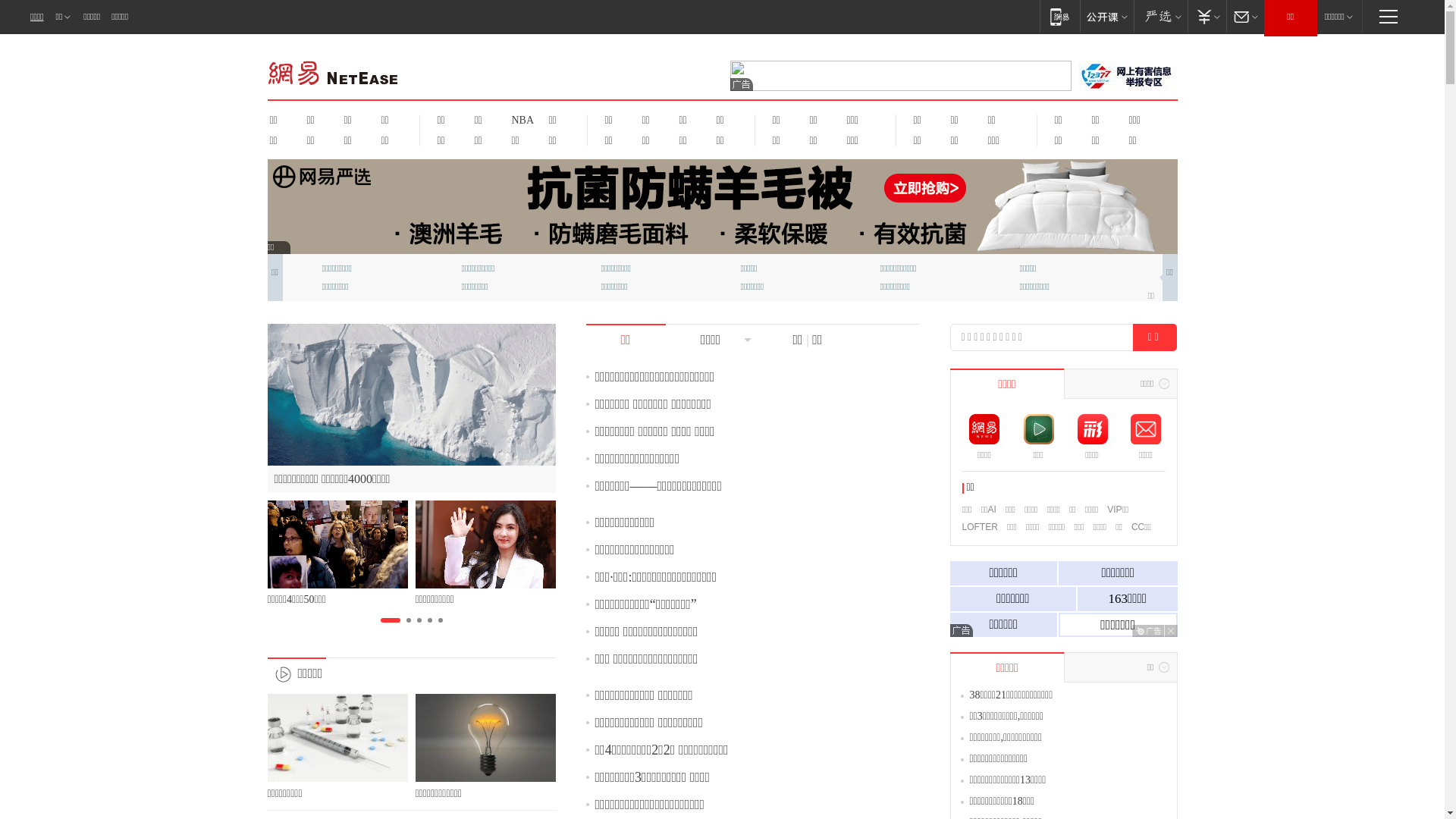 The width and height of the screenshot is (1456, 819). What do you see at coordinates (520, 119) in the screenshot?
I see `'NBA'` at bounding box center [520, 119].